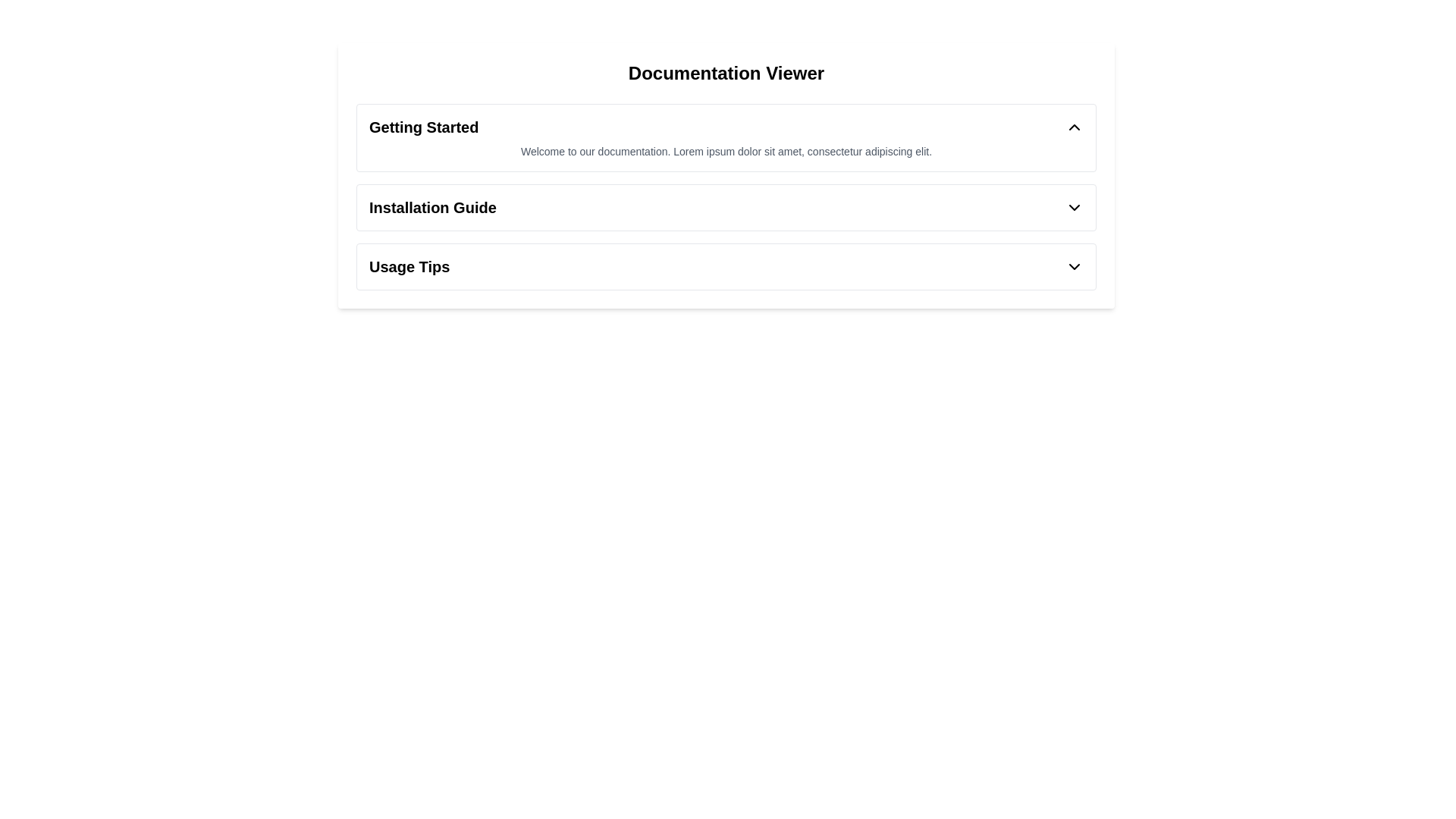 The width and height of the screenshot is (1456, 819). Describe the element at coordinates (726, 73) in the screenshot. I see `prominent header text element displaying 'Documentation Viewer' located at the top of the panel` at that location.